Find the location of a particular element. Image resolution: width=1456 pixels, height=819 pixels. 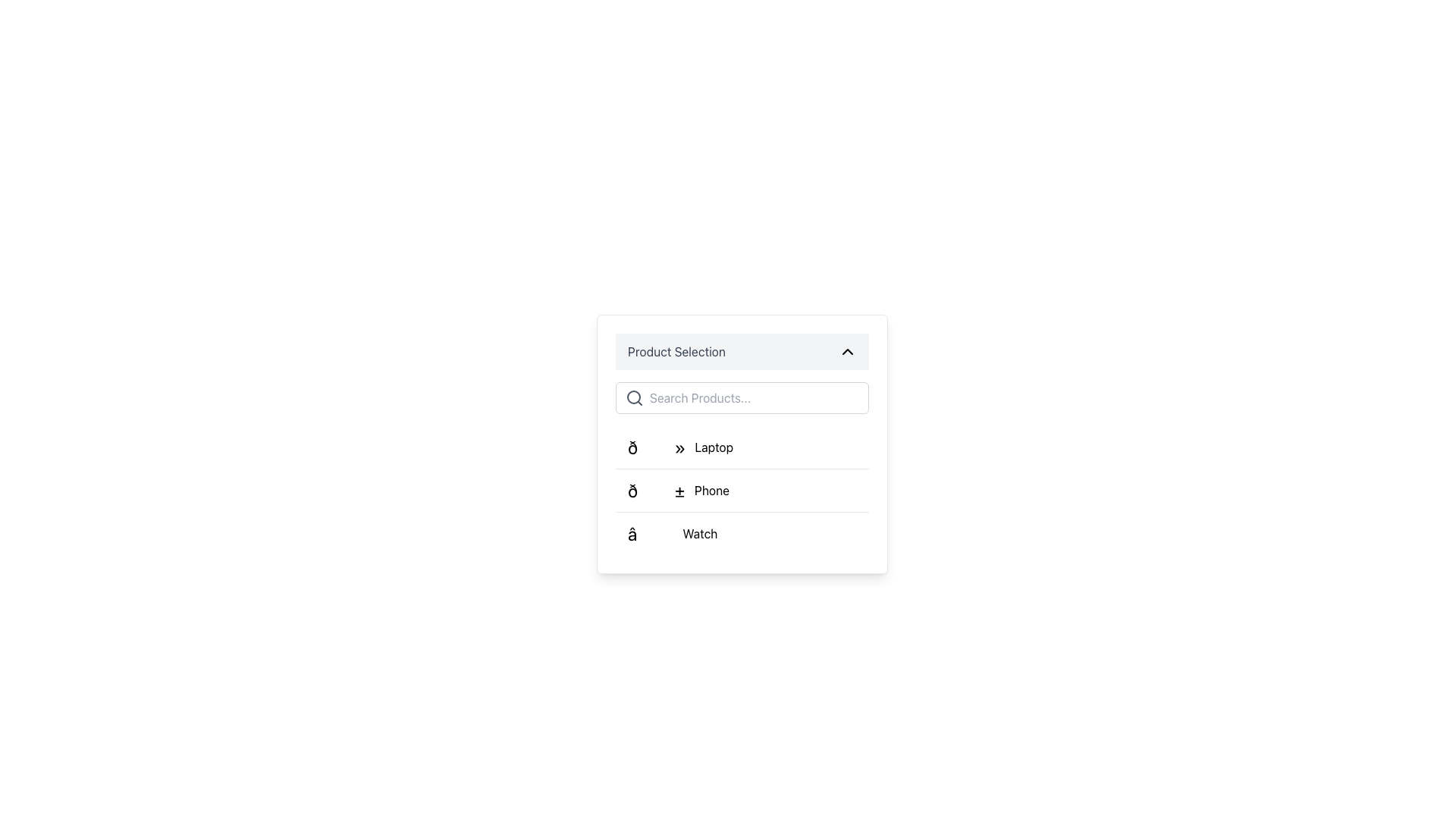

the first selectable list item labeled 'Laptop' with a red bullet point is located at coordinates (742, 447).